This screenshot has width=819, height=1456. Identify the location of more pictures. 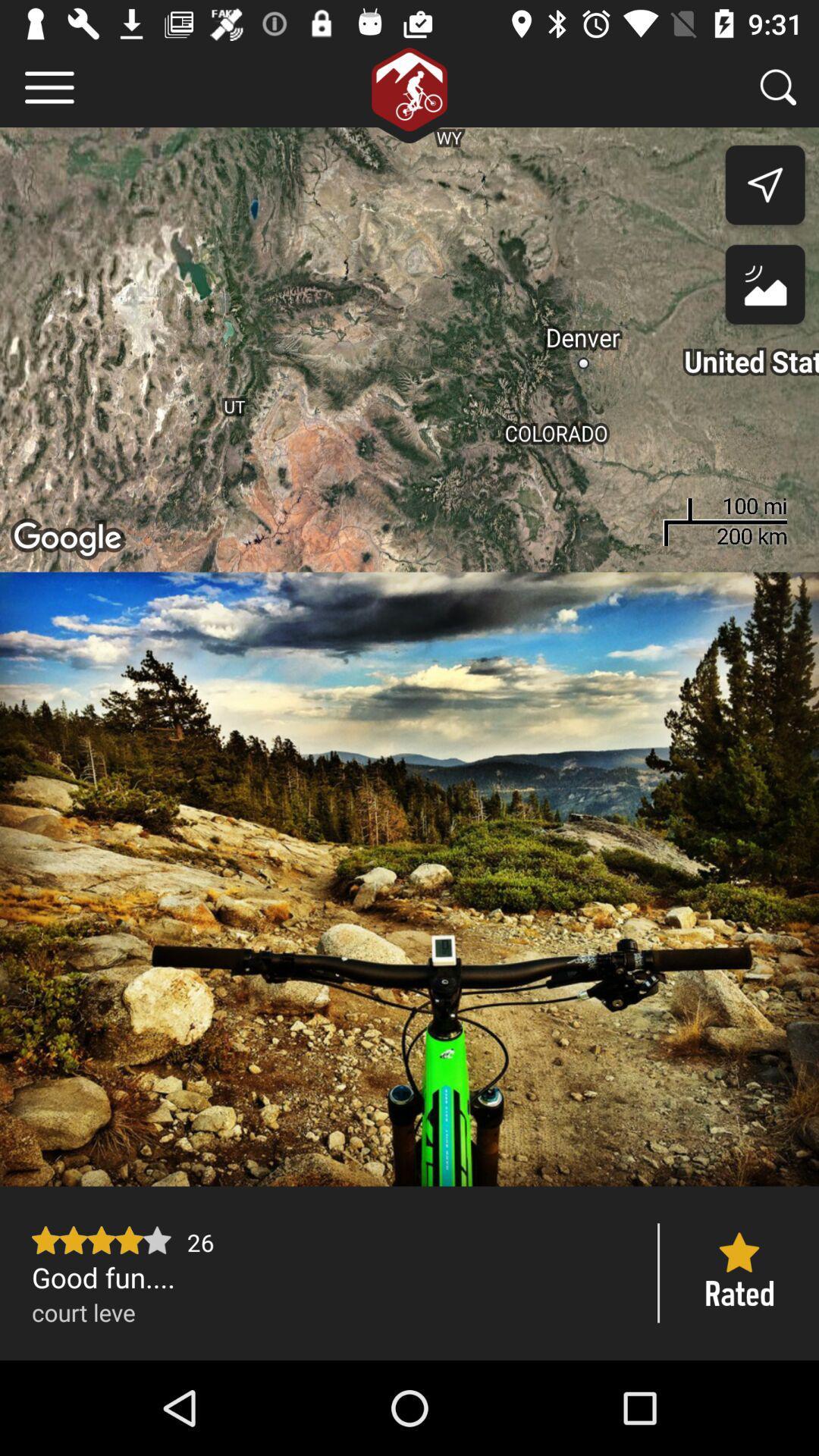
(409, 879).